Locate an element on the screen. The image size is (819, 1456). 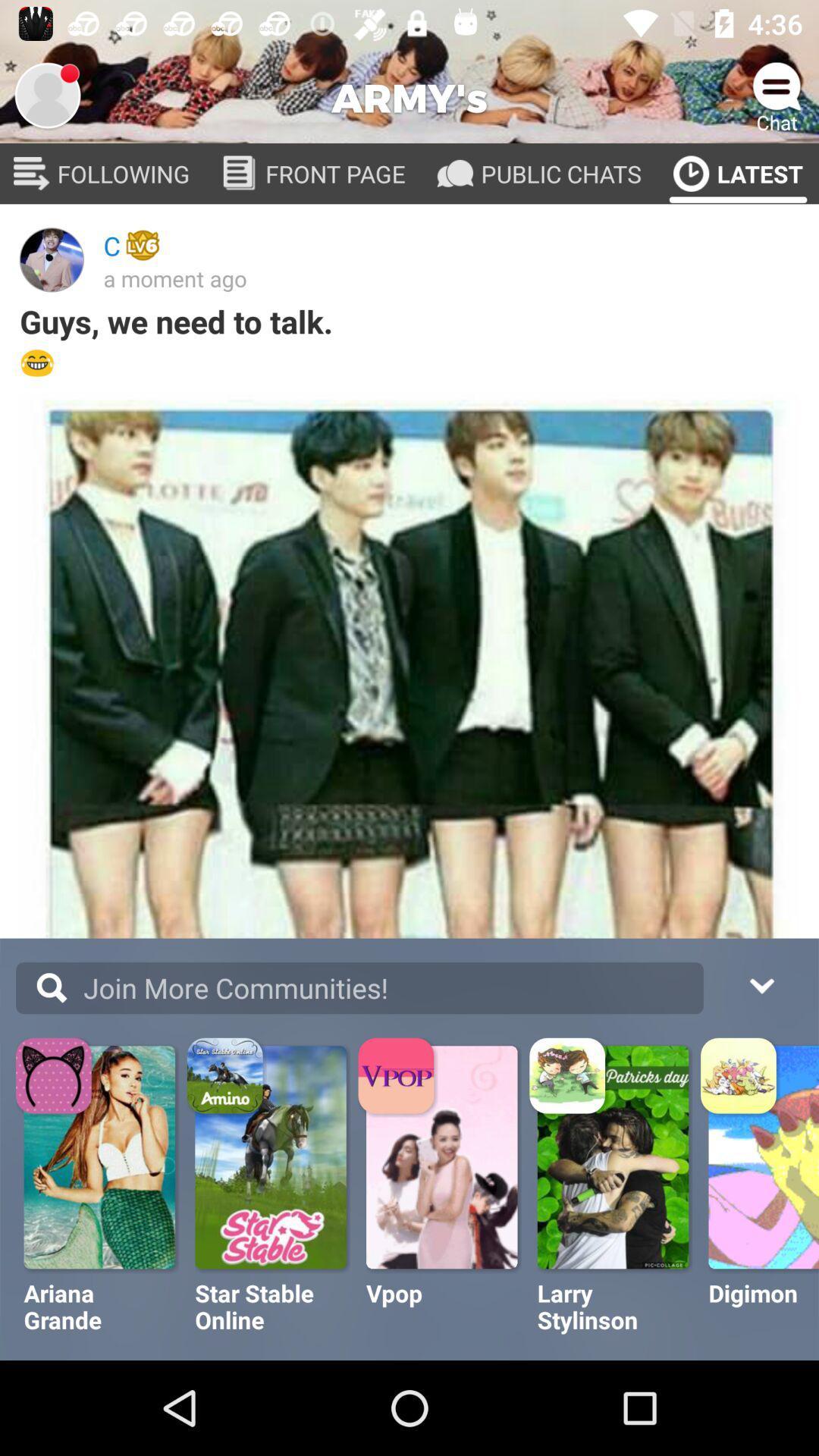
the option that looks like a head band in the bottom left is located at coordinates (55, 1077).